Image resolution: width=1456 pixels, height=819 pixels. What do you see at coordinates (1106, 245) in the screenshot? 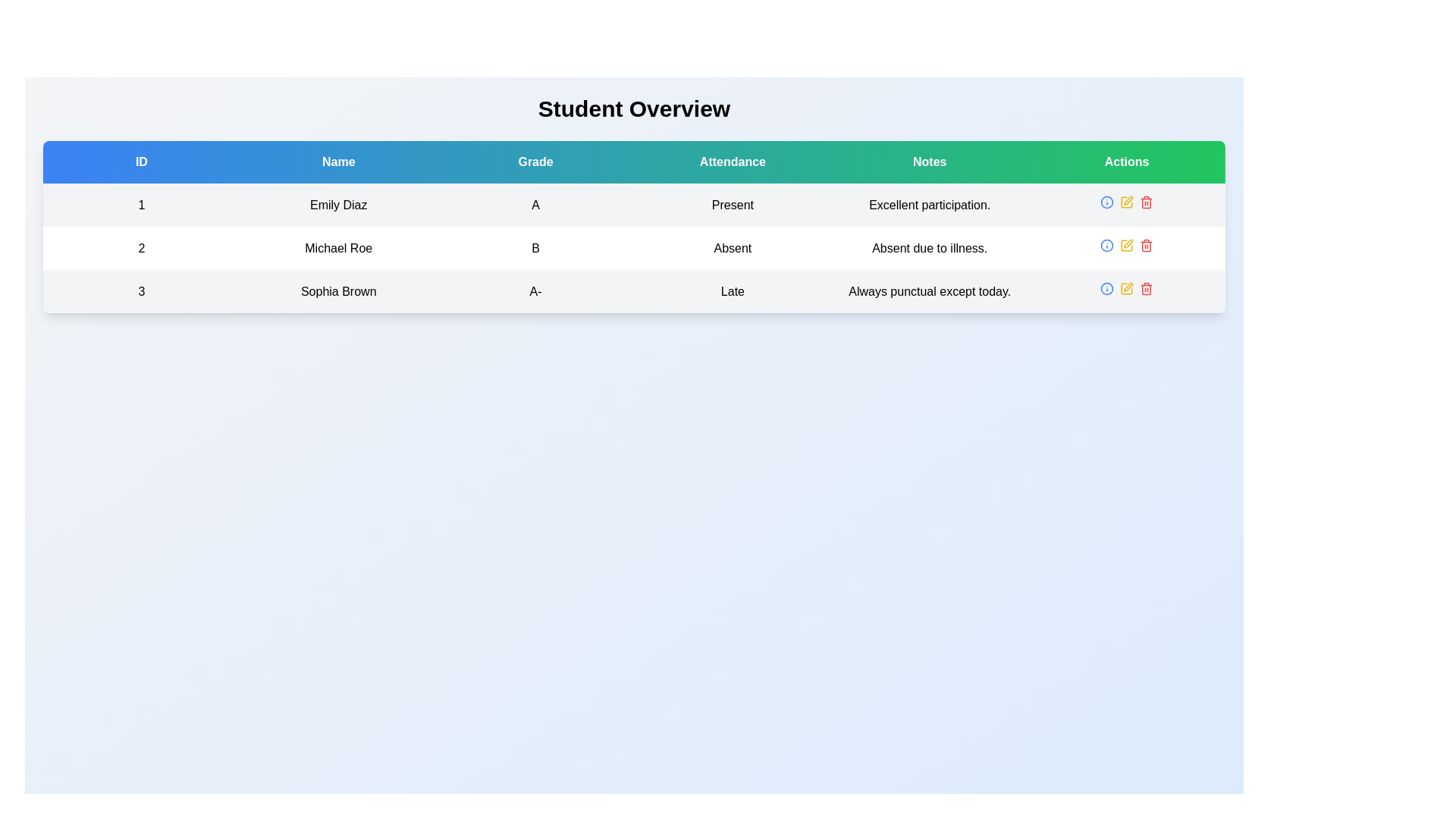
I see `the circular graphical component of the 'info' icon in the 'Actions' column of the table row for student 'Sophia Brown'` at bounding box center [1106, 245].